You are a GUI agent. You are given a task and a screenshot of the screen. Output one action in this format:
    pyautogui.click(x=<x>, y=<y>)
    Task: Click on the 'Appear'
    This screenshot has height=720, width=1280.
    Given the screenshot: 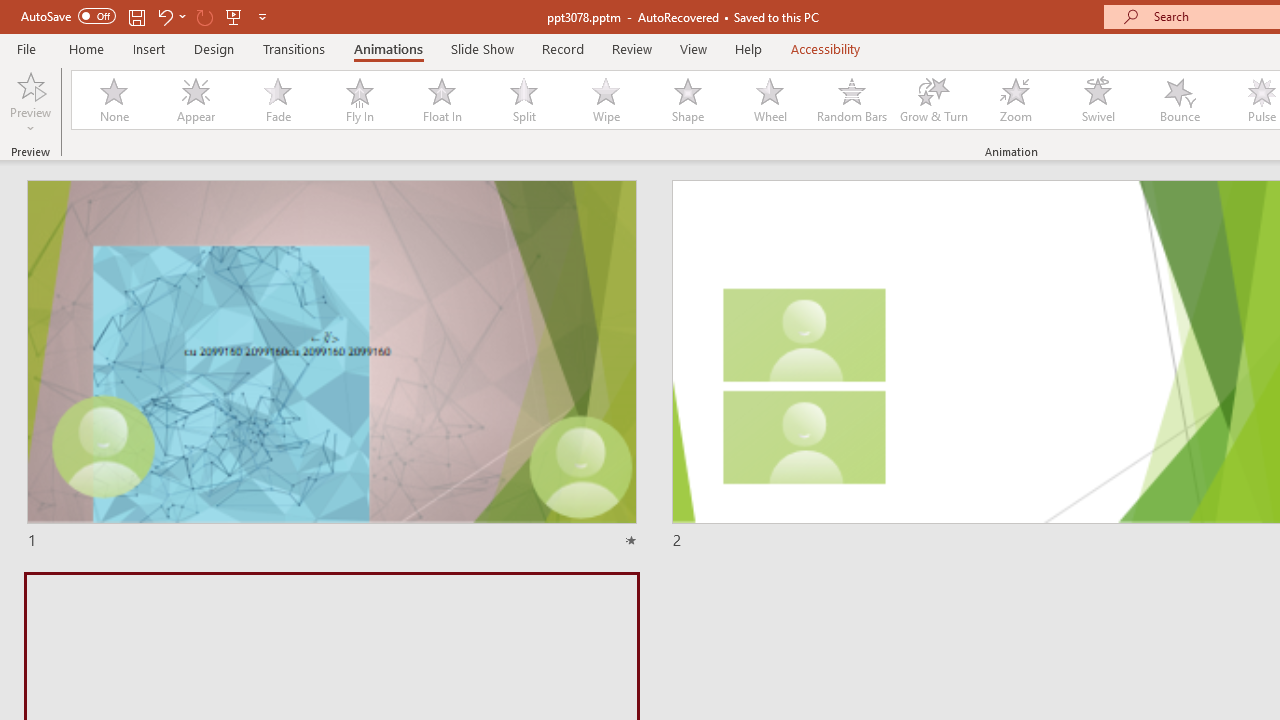 What is the action you would take?
    pyautogui.click(x=195, y=100)
    